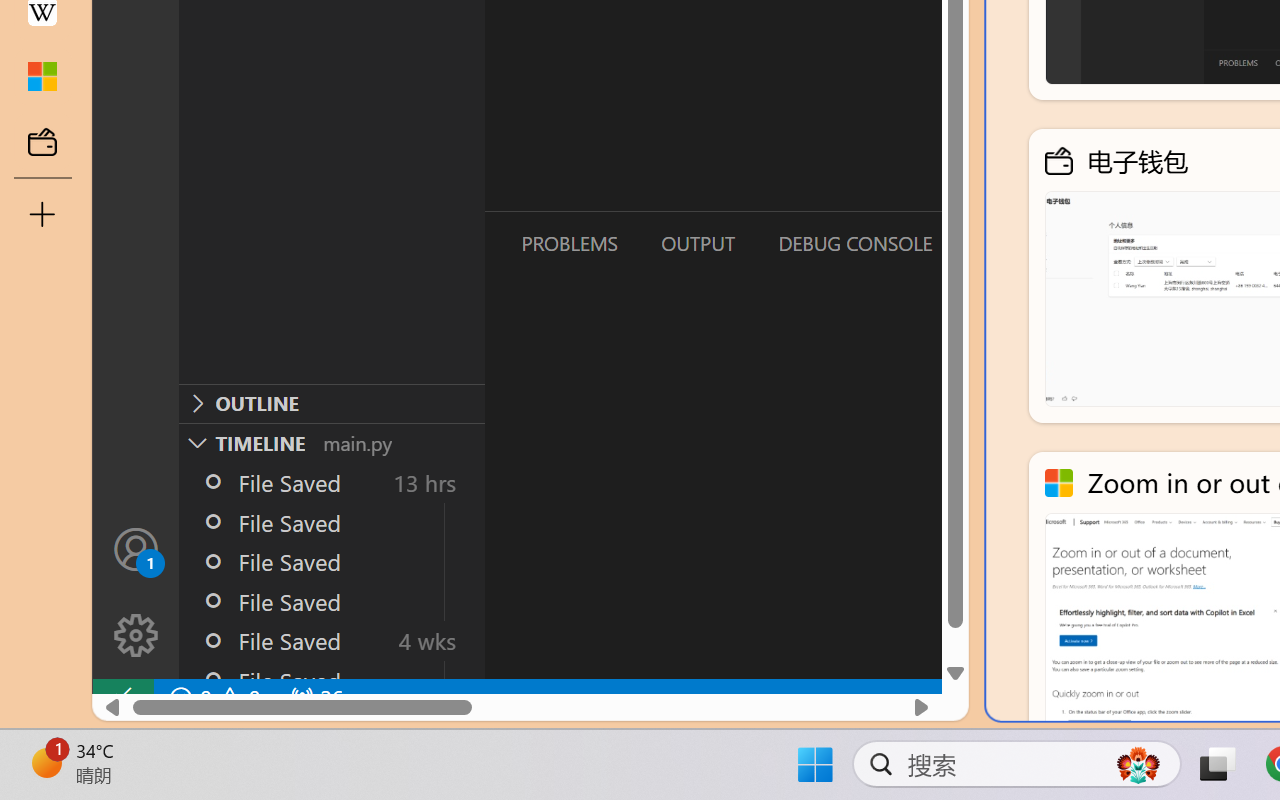 The image size is (1280, 800). Describe the element at coordinates (696, 242) in the screenshot. I see `'Output (Ctrl+Shift+U)'` at that location.